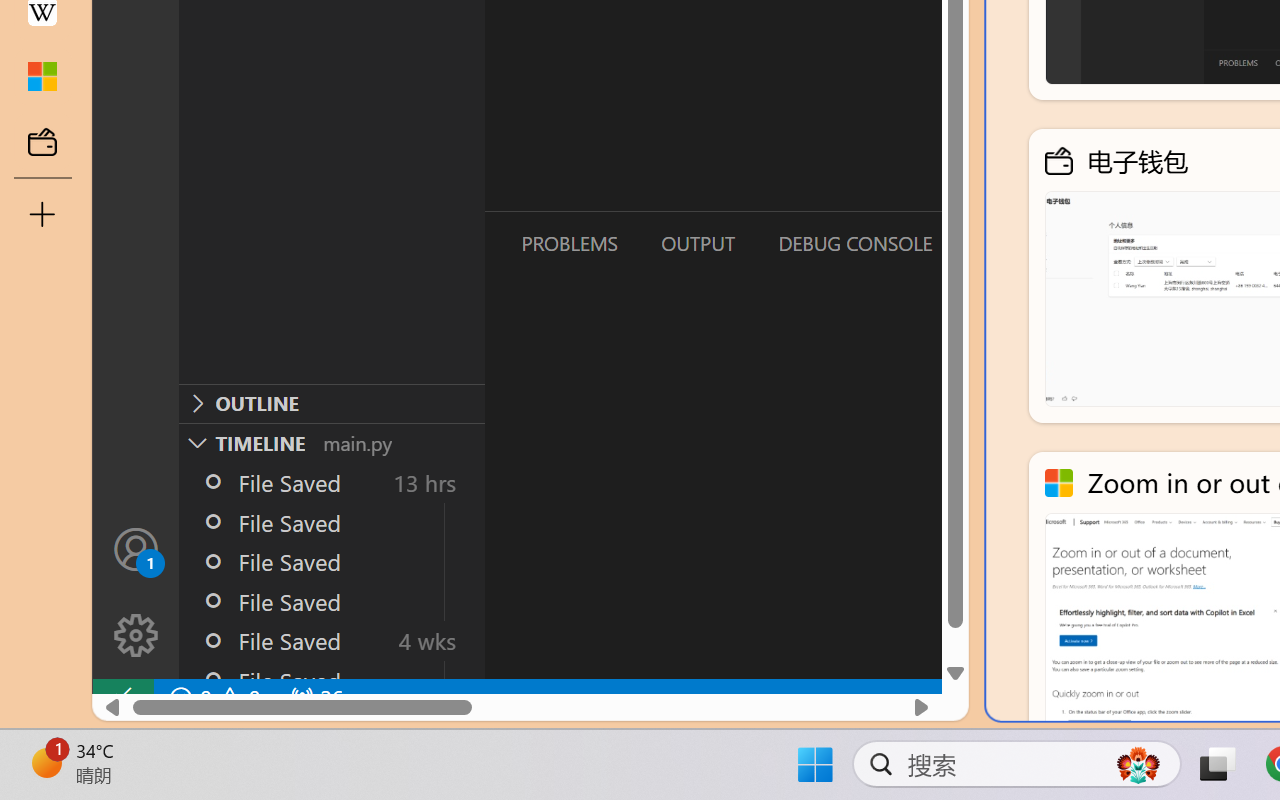 The image size is (1280, 800). Describe the element at coordinates (696, 242) in the screenshot. I see `'Output (Ctrl+Shift+U)'` at that location.